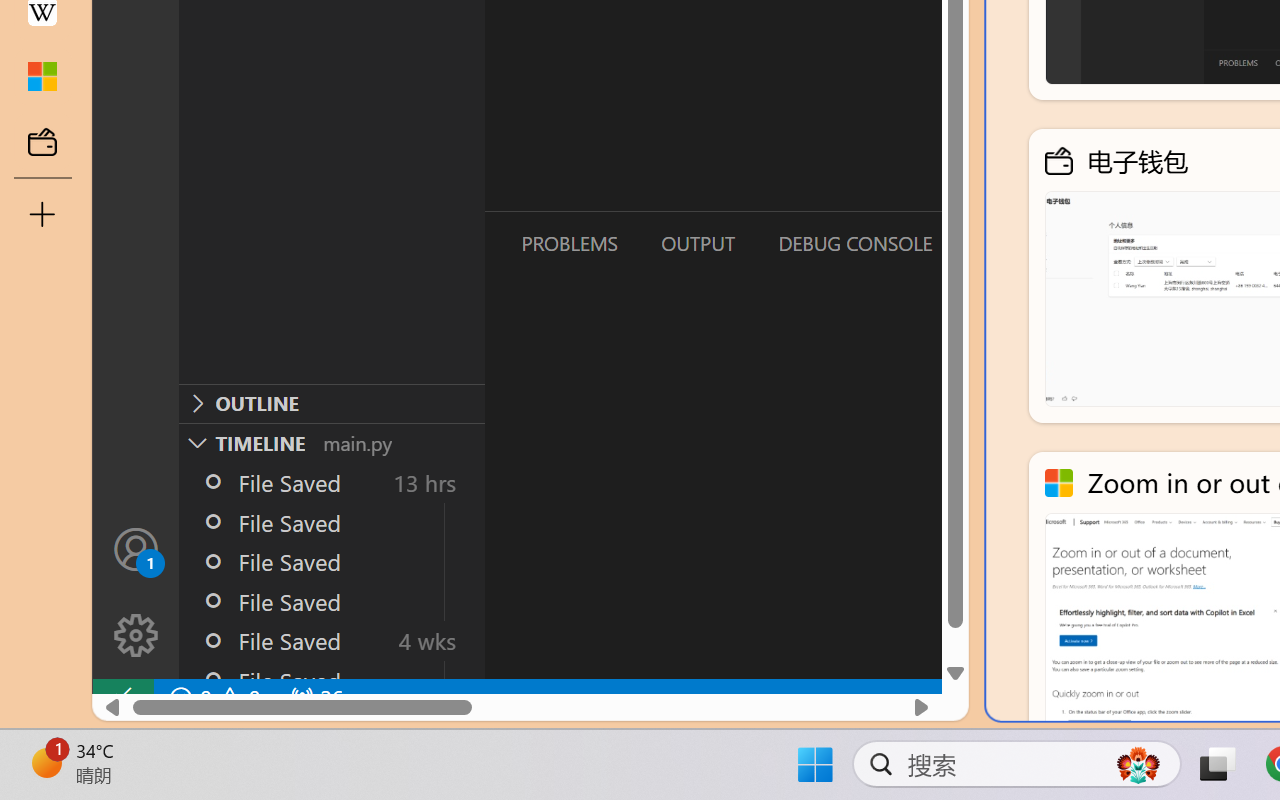 The image size is (1280, 800). Describe the element at coordinates (696, 242) in the screenshot. I see `'Output (Ctrl+Shift+U)'` at that location.